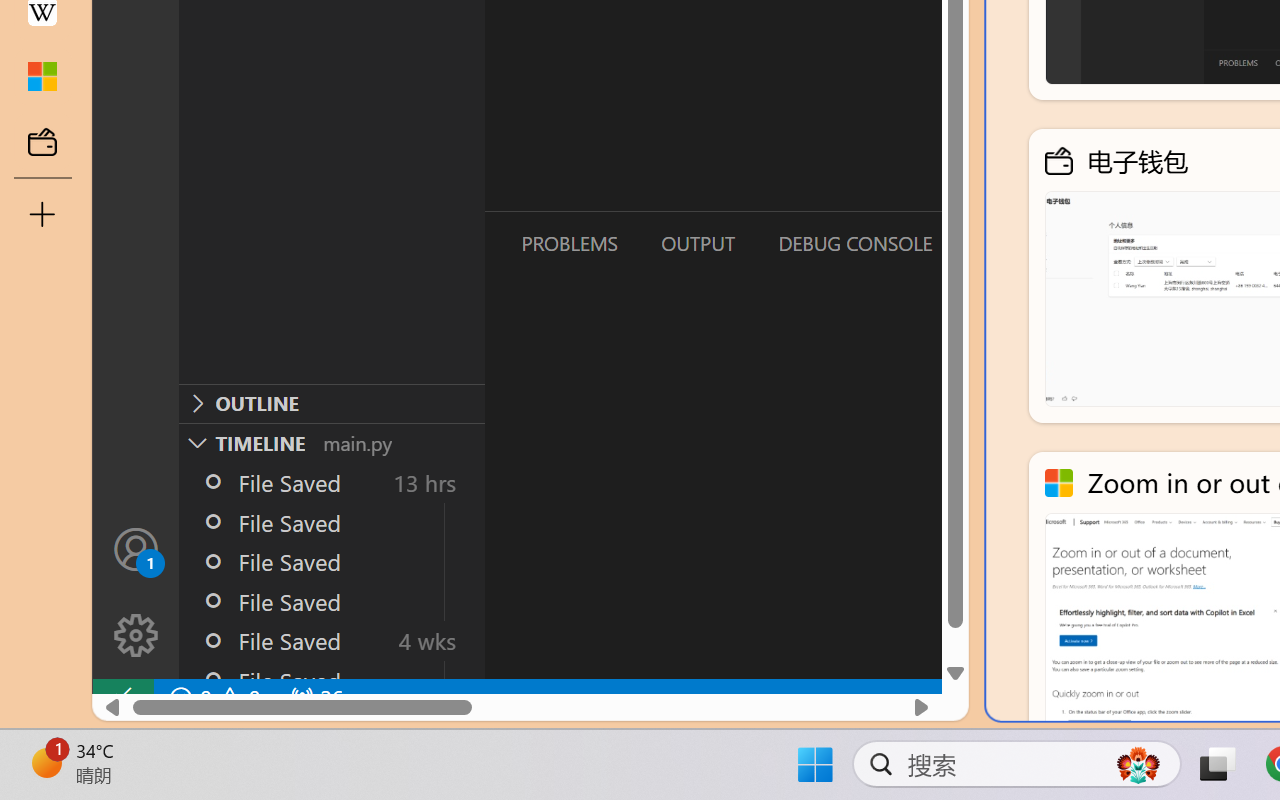 The image size is (1280, 800). Describe the element at coordinates (696, 242) in the screenshot. I see `'Output (Ctrl+Shift+U)'` at that location.